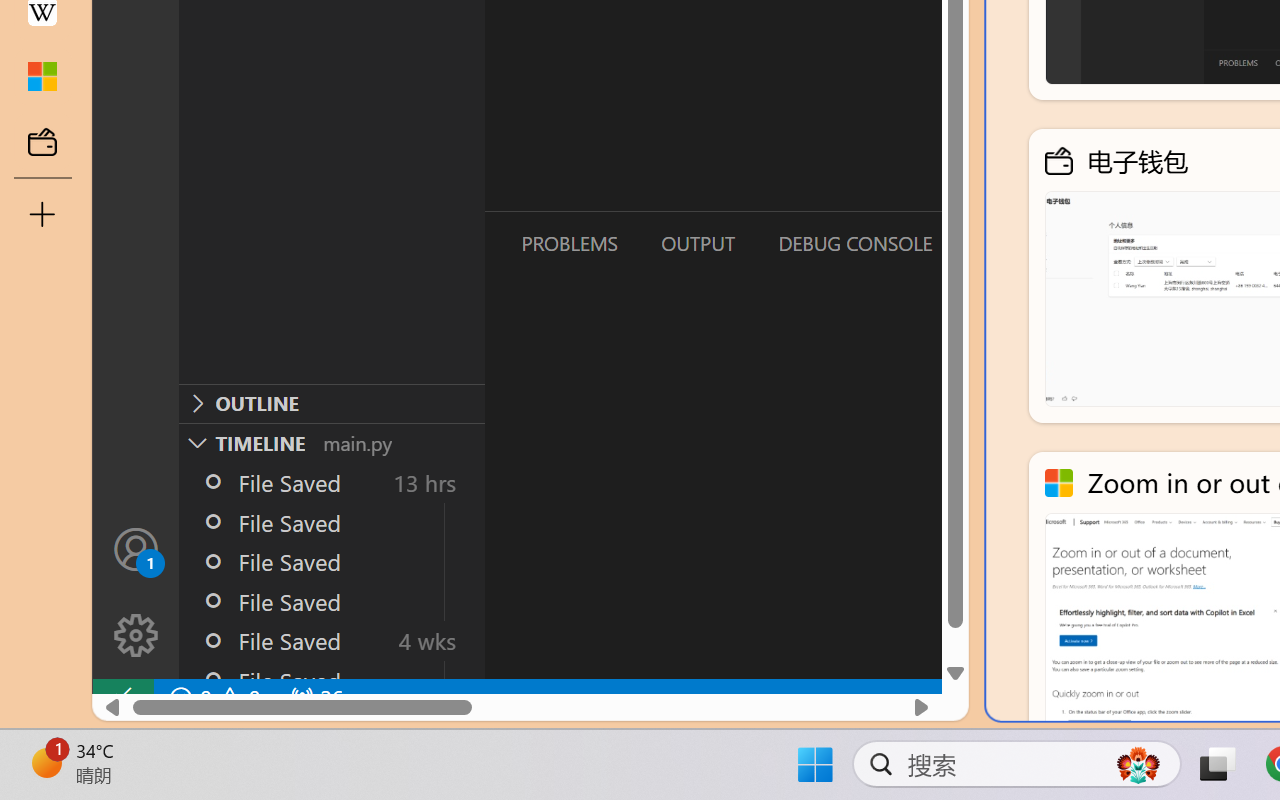 The image size is (1280, 800). Describe the element at coordinates (696, 242) in the screenshot. I see `'Output (Ctrl+Shift+U)'` at that location.